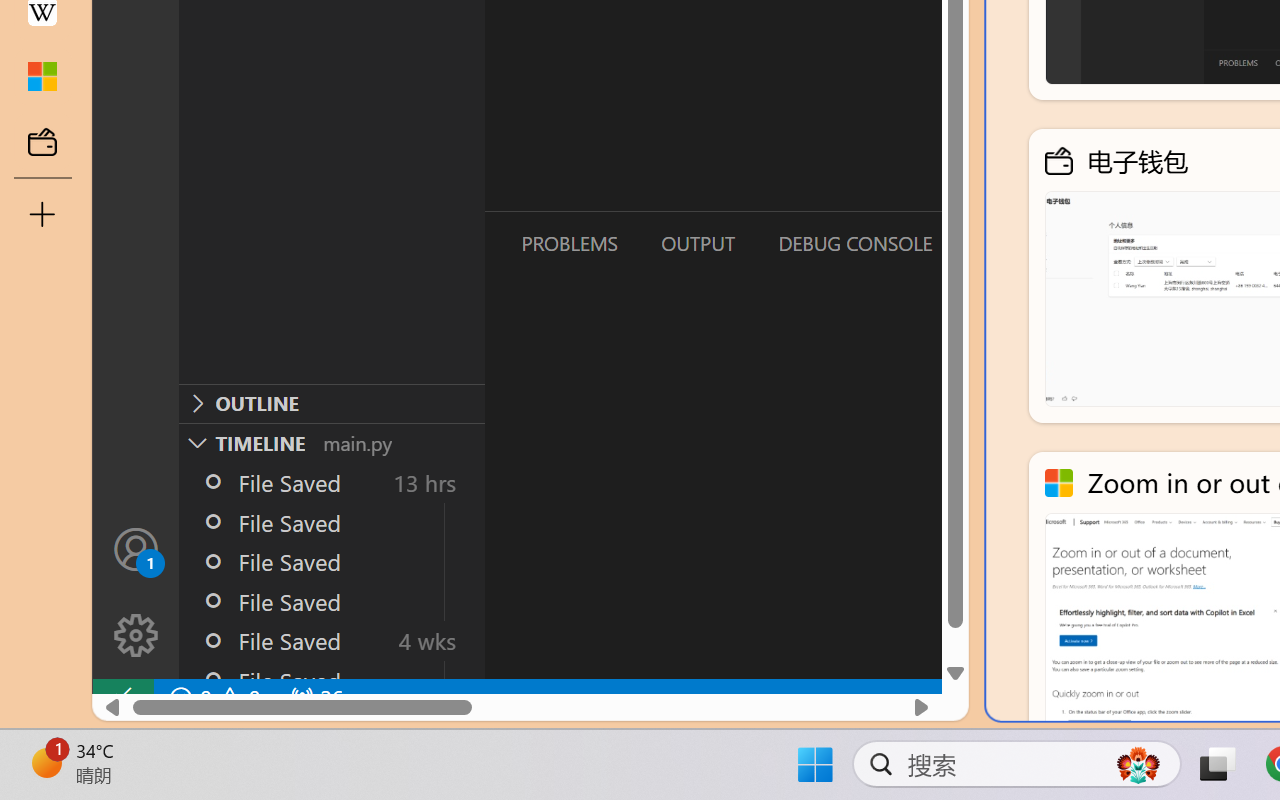 The image size is (1280, 800). Describe the element at coordinates (696, 242) in the screenshot. I see `'Output (Ctrl+Shift+U)'` at that location.